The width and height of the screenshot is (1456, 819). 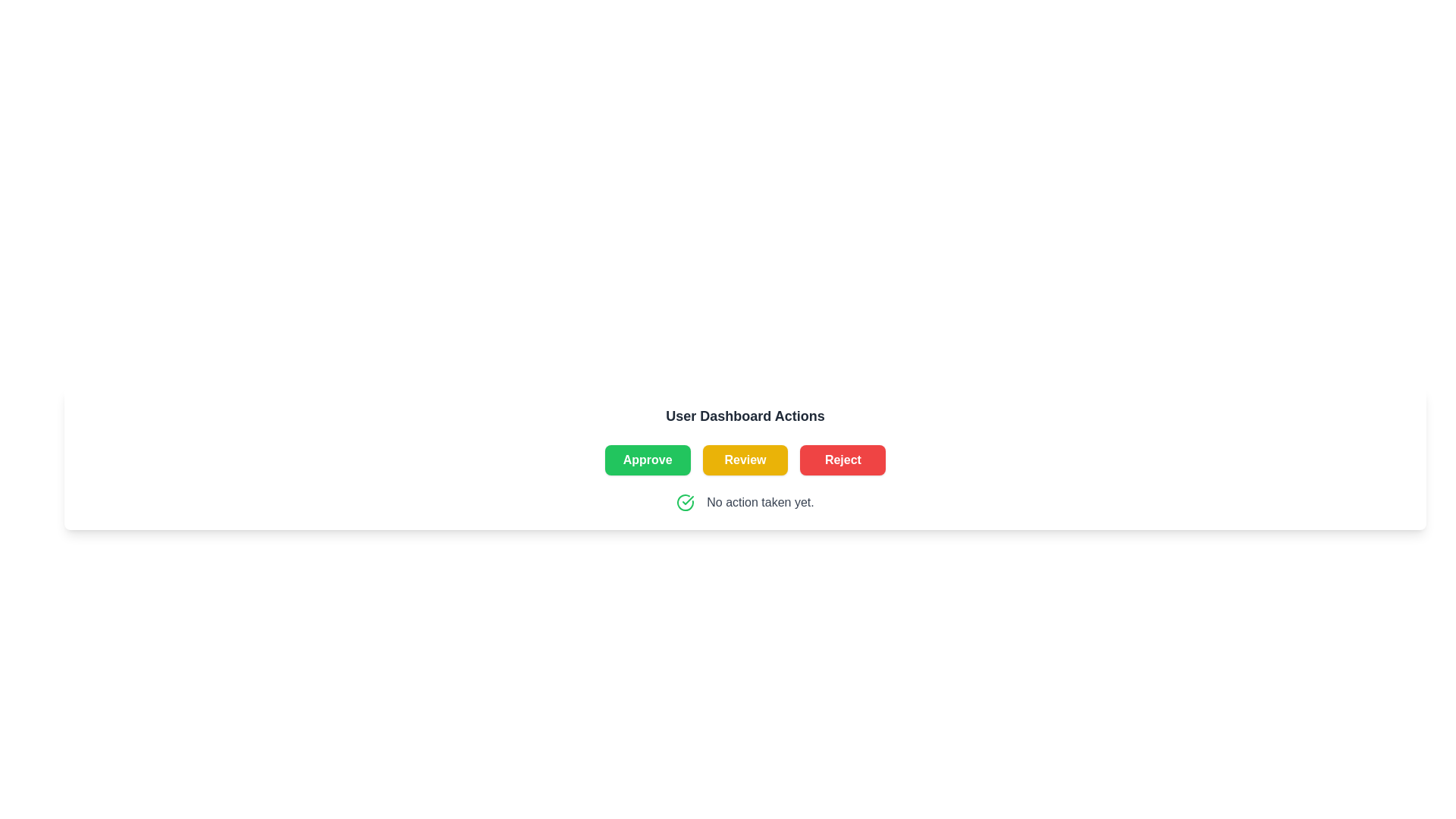 What do you see at coordinates (745, 459) in the screenshot?
I see `the 'Review' button in the Button group located in the User Dashboard Actions section` at bounding box center [745, 459].